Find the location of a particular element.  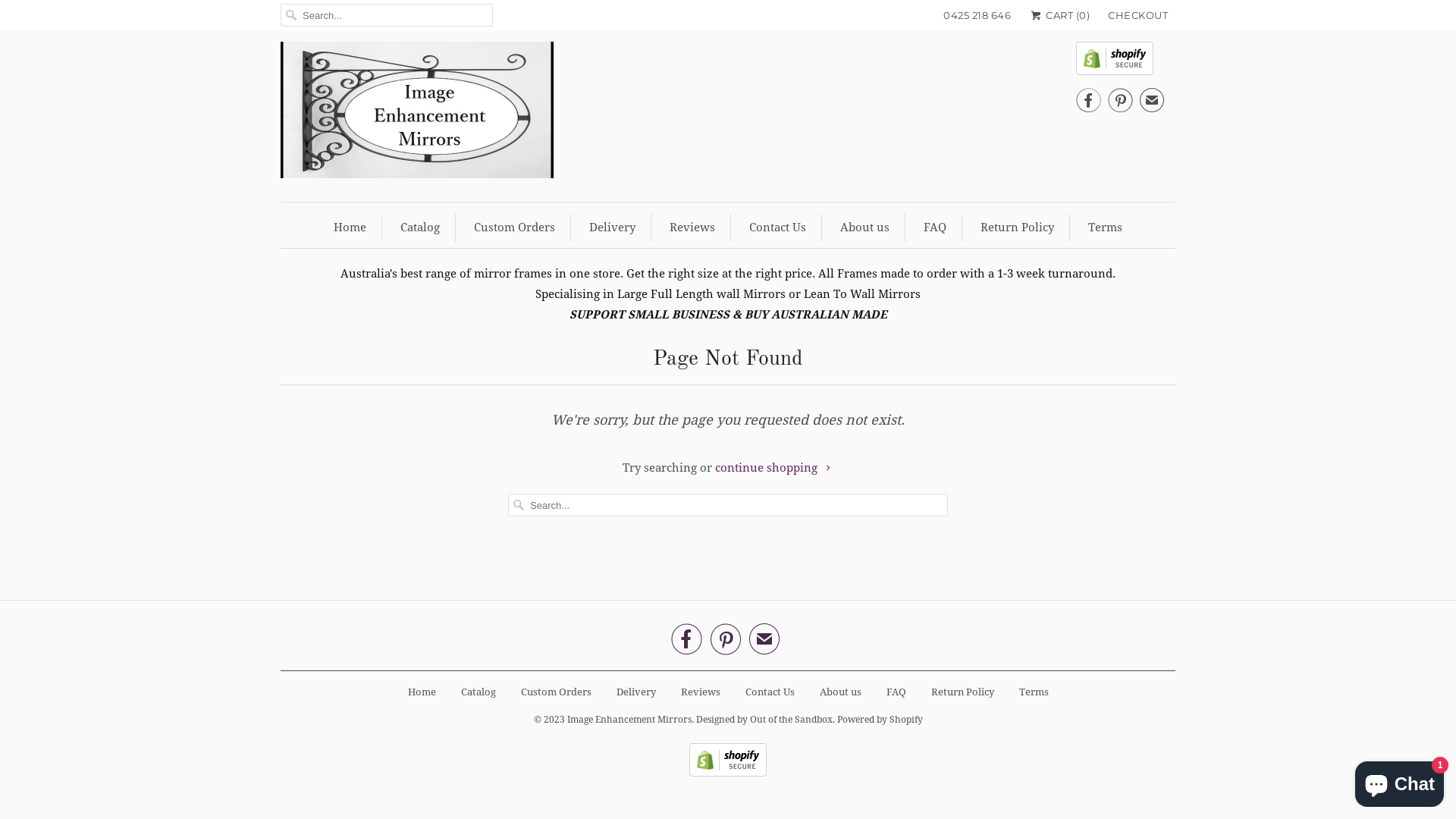

'Reviews' is located at coordinates (691, 227).